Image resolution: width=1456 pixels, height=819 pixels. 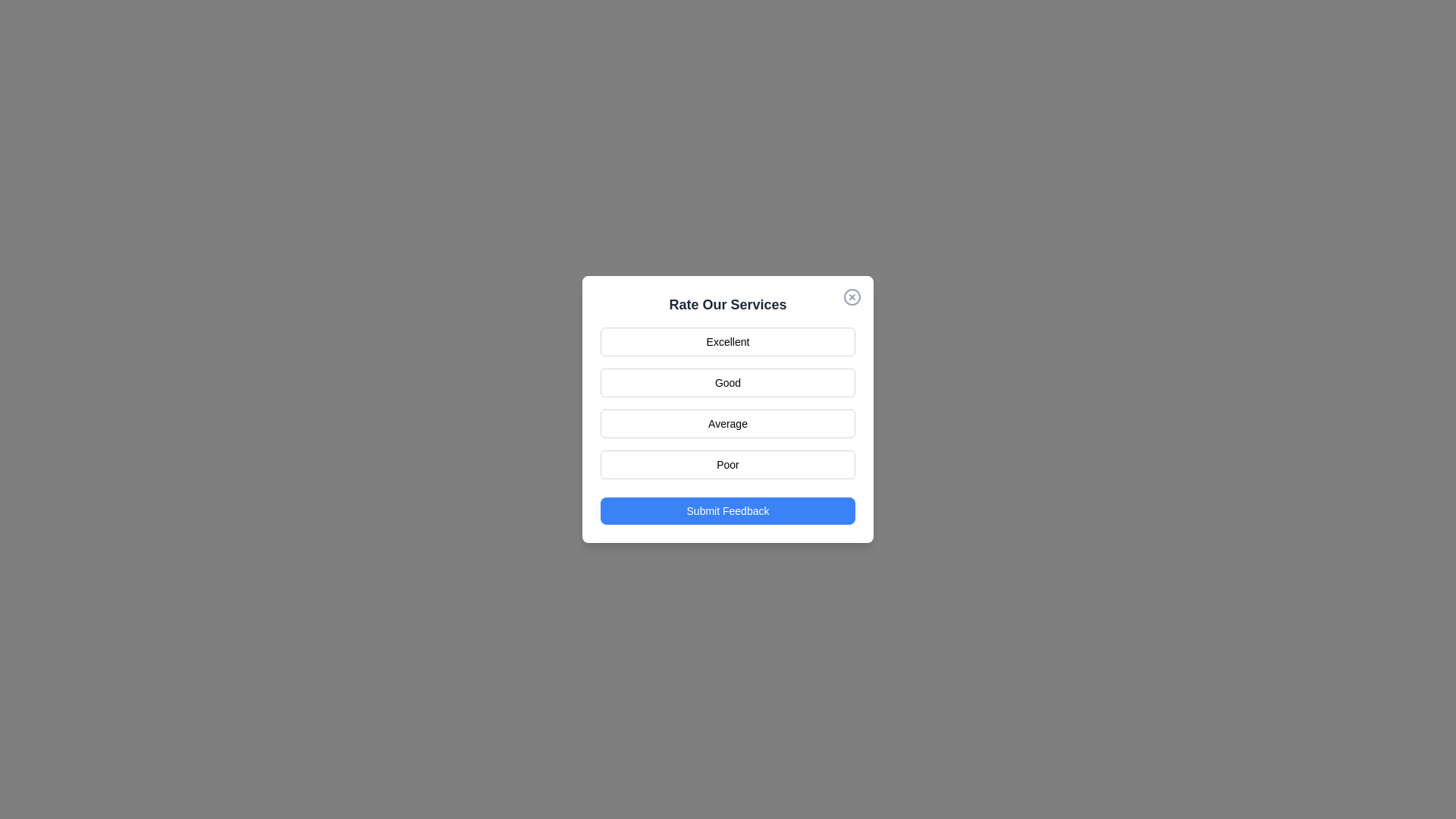 What do you see at coordinates (728, 511) in the screenshot?
I see `the 'Submit Feedback' button to submit the feedback` at bounding box center [728, 511].